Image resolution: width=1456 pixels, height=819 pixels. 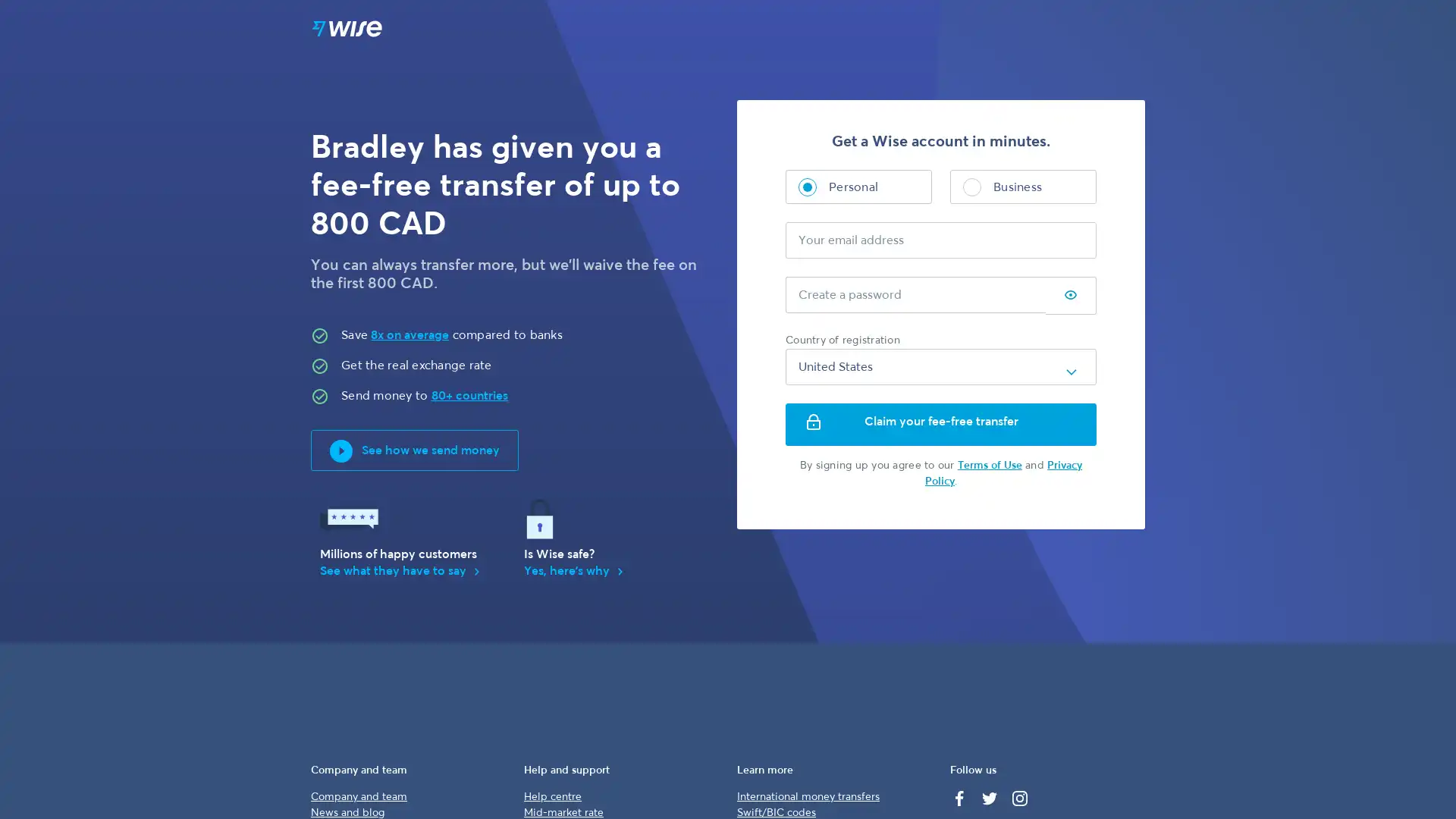 I want to click on EN, so click(x=993, y=30).